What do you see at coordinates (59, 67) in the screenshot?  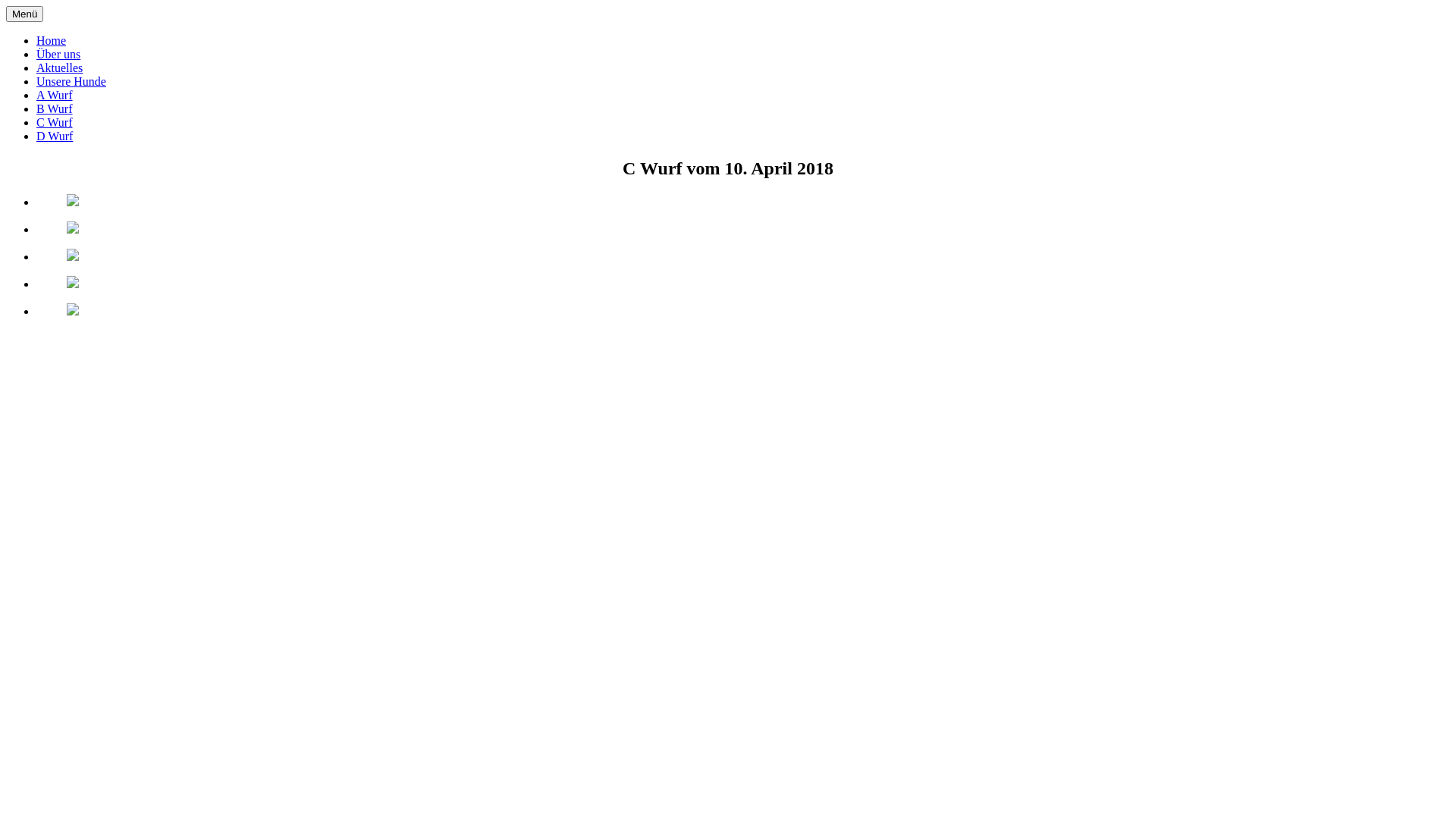 I see `'Aktuelles'` at bounding box center [59, 67].